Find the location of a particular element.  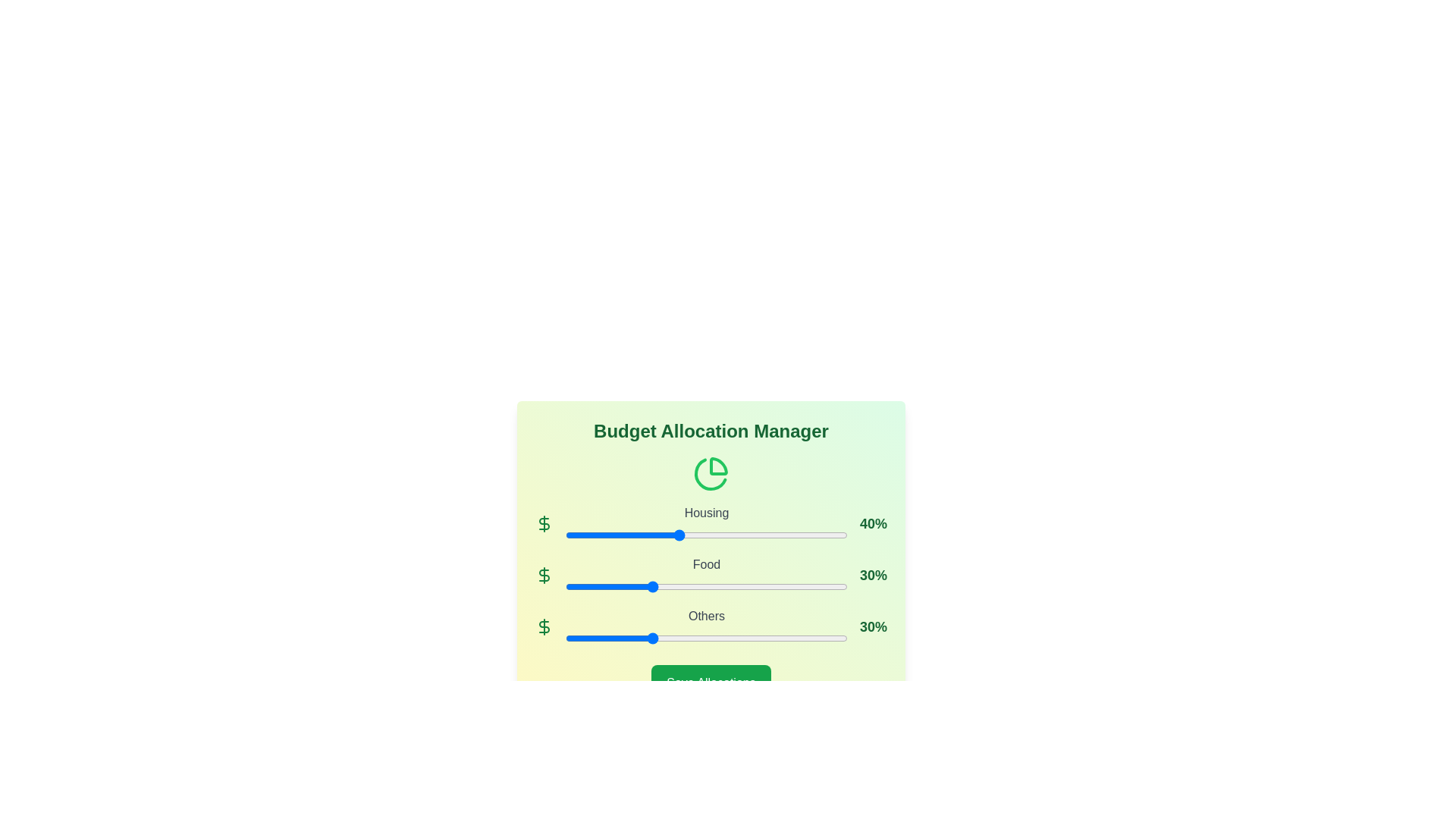

the Food allocation slider to 25% is located at coordinates (636, 586).